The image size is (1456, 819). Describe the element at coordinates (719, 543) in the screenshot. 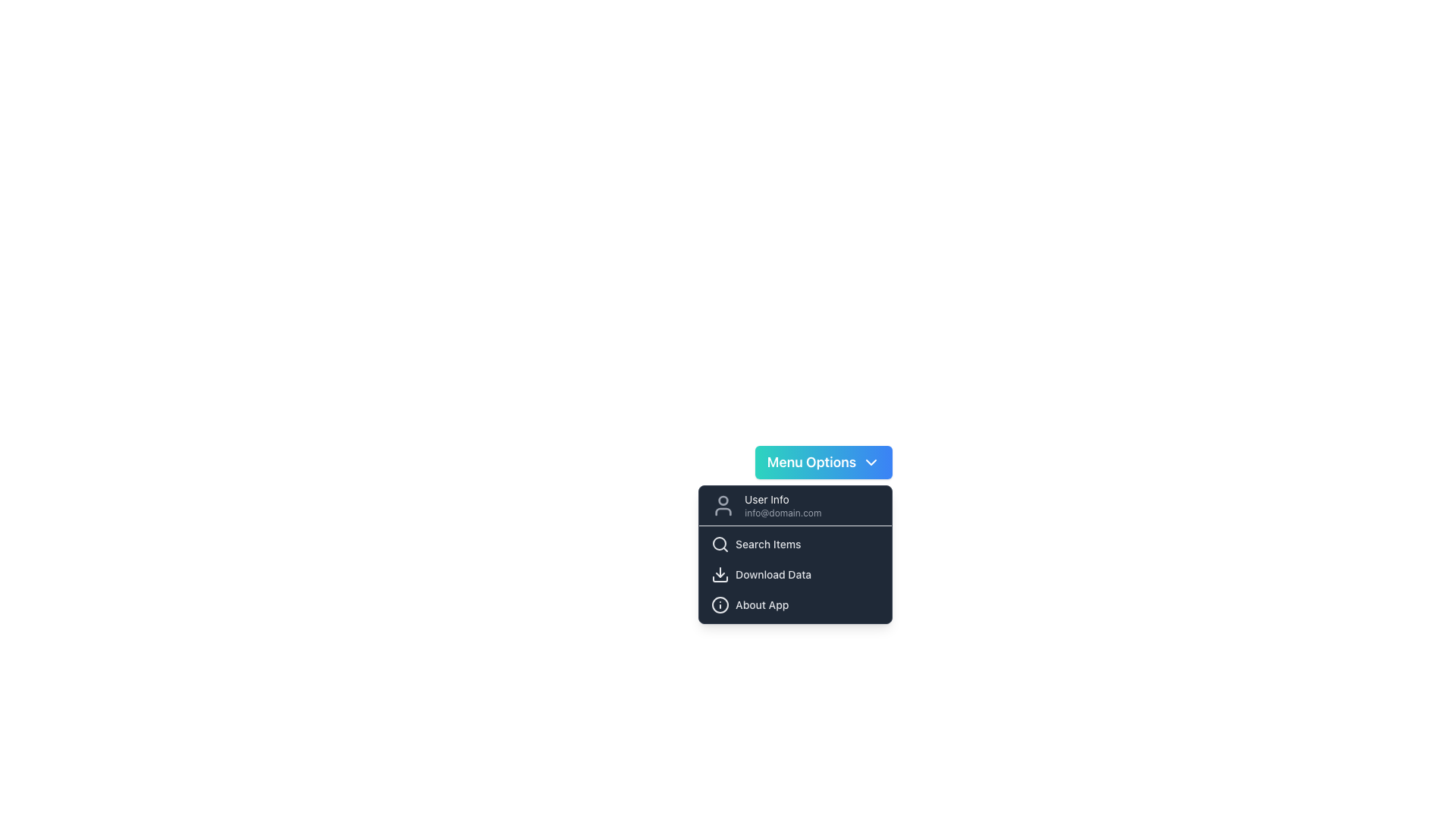

I see `the circular icon for the 'Search Items' option to interact with the associated menu item` at that location.